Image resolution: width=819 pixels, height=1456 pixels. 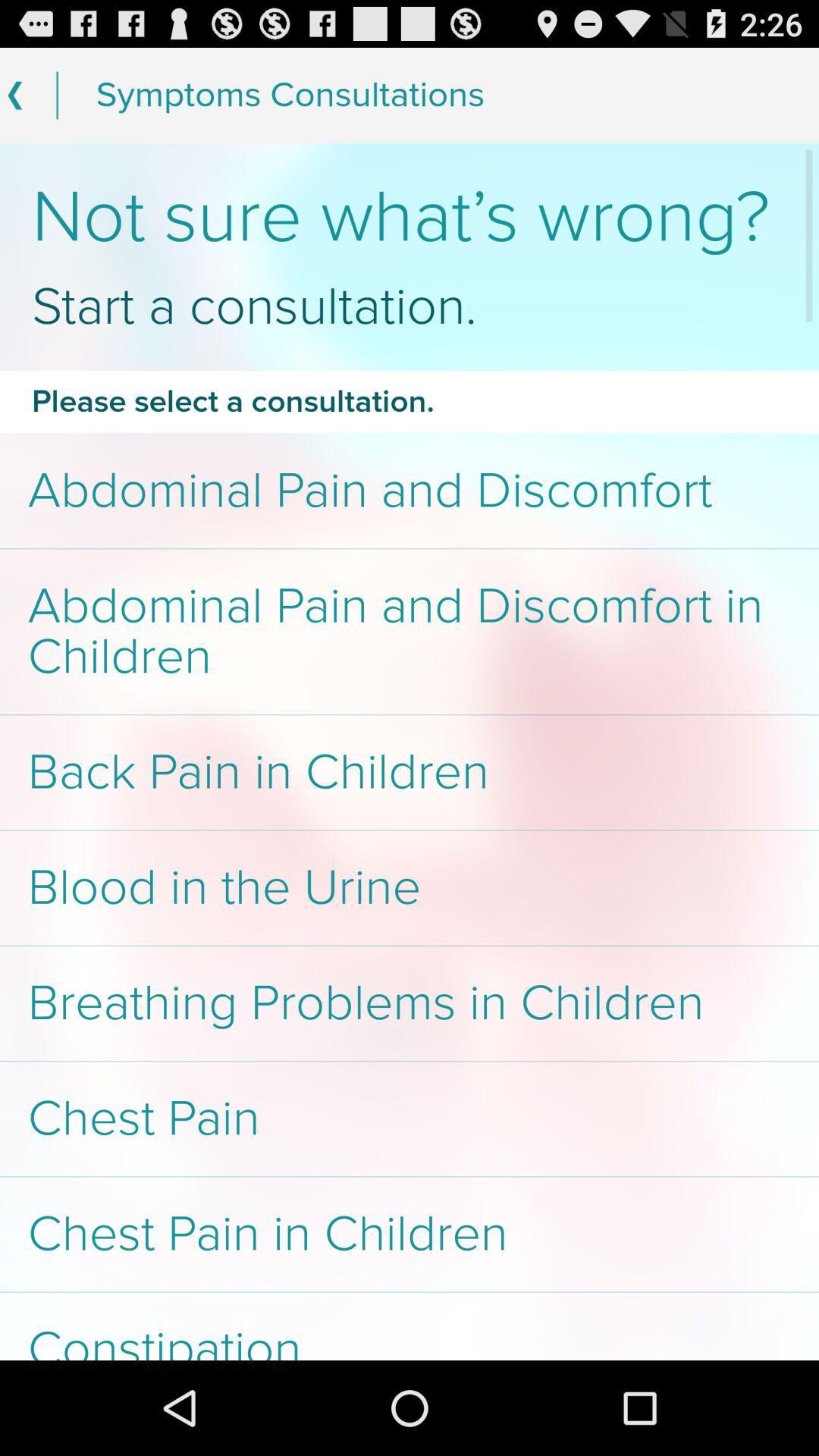 I want to click on app above the chest pain, so click(x=409, y=1003).